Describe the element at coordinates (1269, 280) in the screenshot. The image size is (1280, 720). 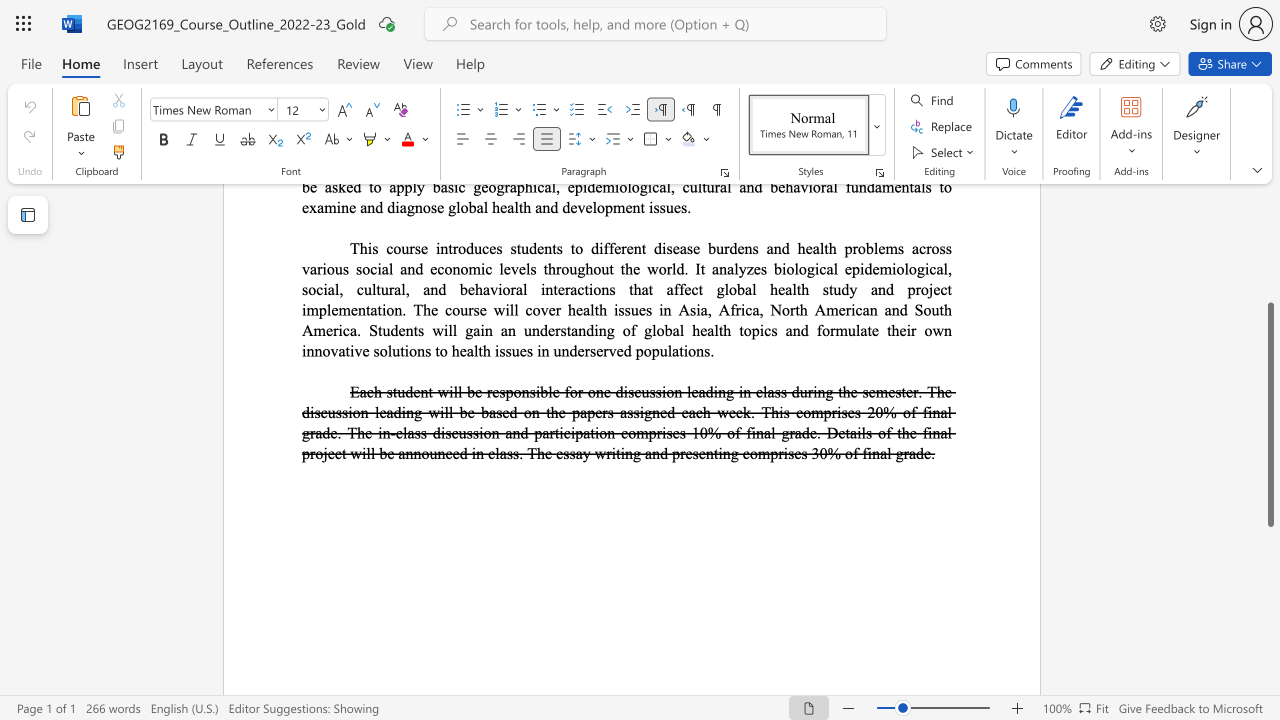
I see `the vertical scrollbar to raise the page content` at that location.